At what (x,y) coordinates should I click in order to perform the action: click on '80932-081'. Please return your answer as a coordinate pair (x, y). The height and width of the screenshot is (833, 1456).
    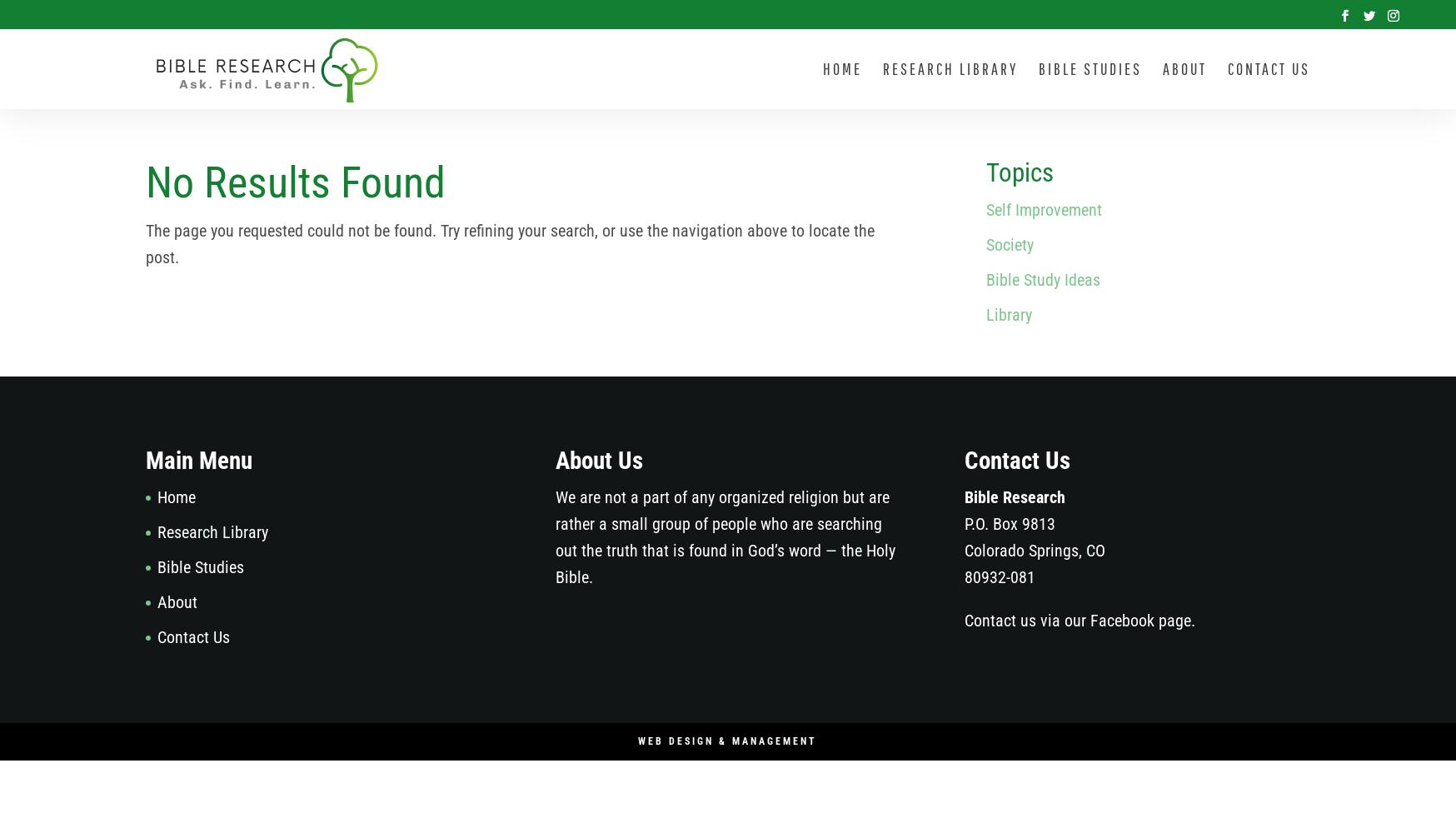
    Looking at the image, I should click on (999, 576).